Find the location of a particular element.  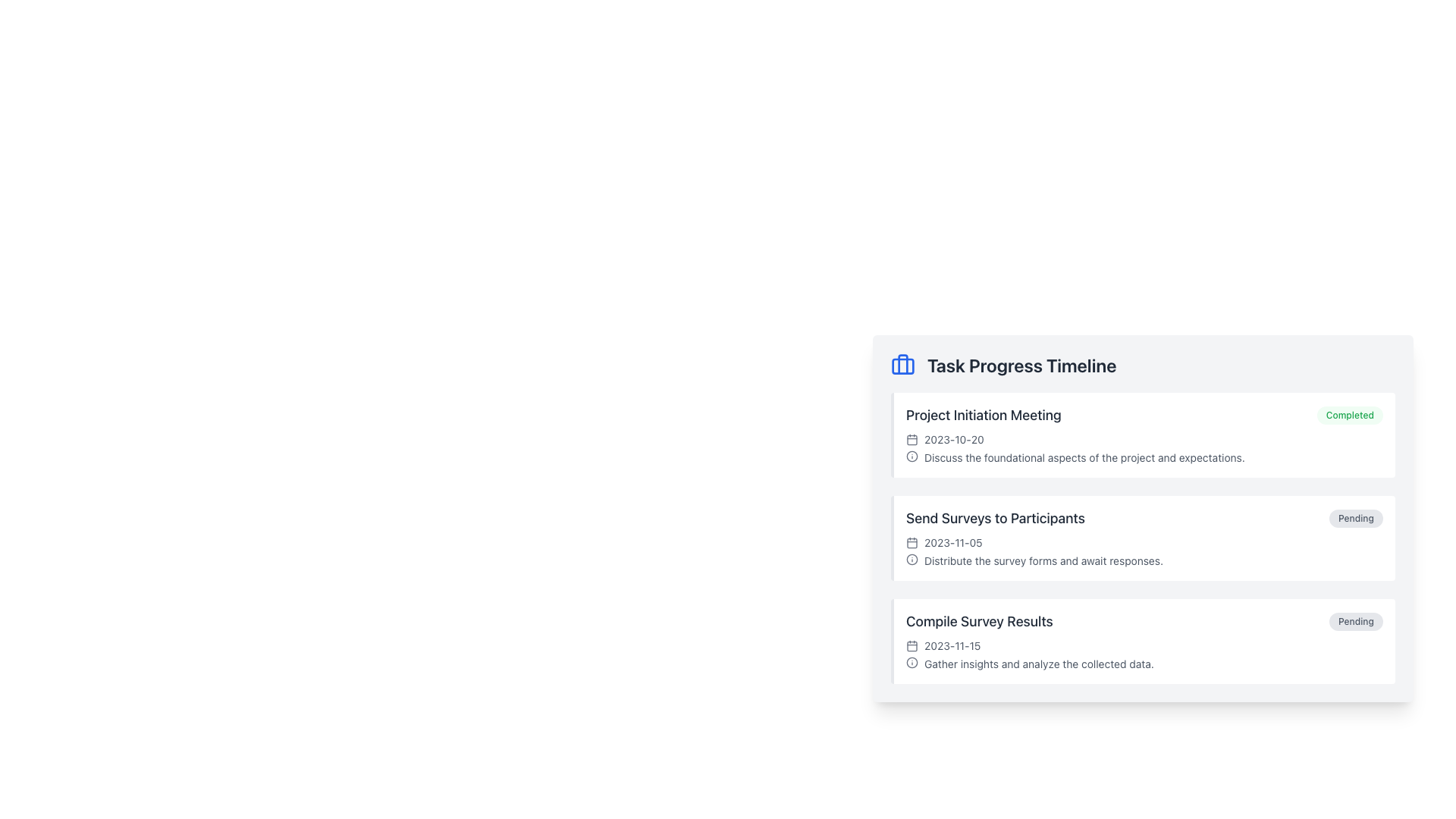

the 'Pending' status Label/Badge located at the end of the 'Send Surveys to Participants' text row in the 'Task Progress Timeline' section is located at coordinates (1356, 517).